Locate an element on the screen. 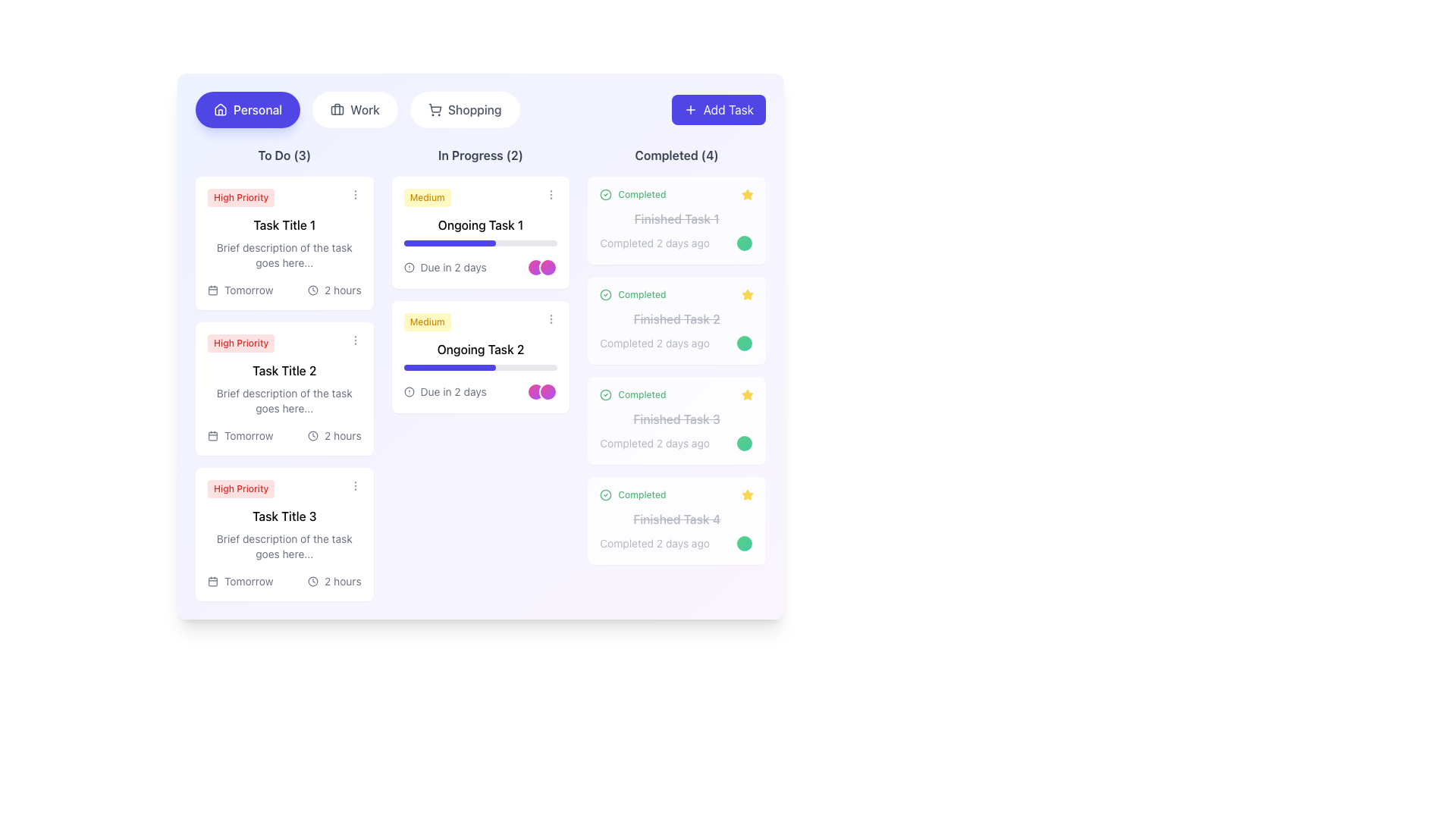 The width and height of the screenshot is (1456, 819). the yellow star-shaped icon used for marking or favoriting, located in the 'Completed' section next to 'Finished Task 2' is located at coordinates (747, 294).